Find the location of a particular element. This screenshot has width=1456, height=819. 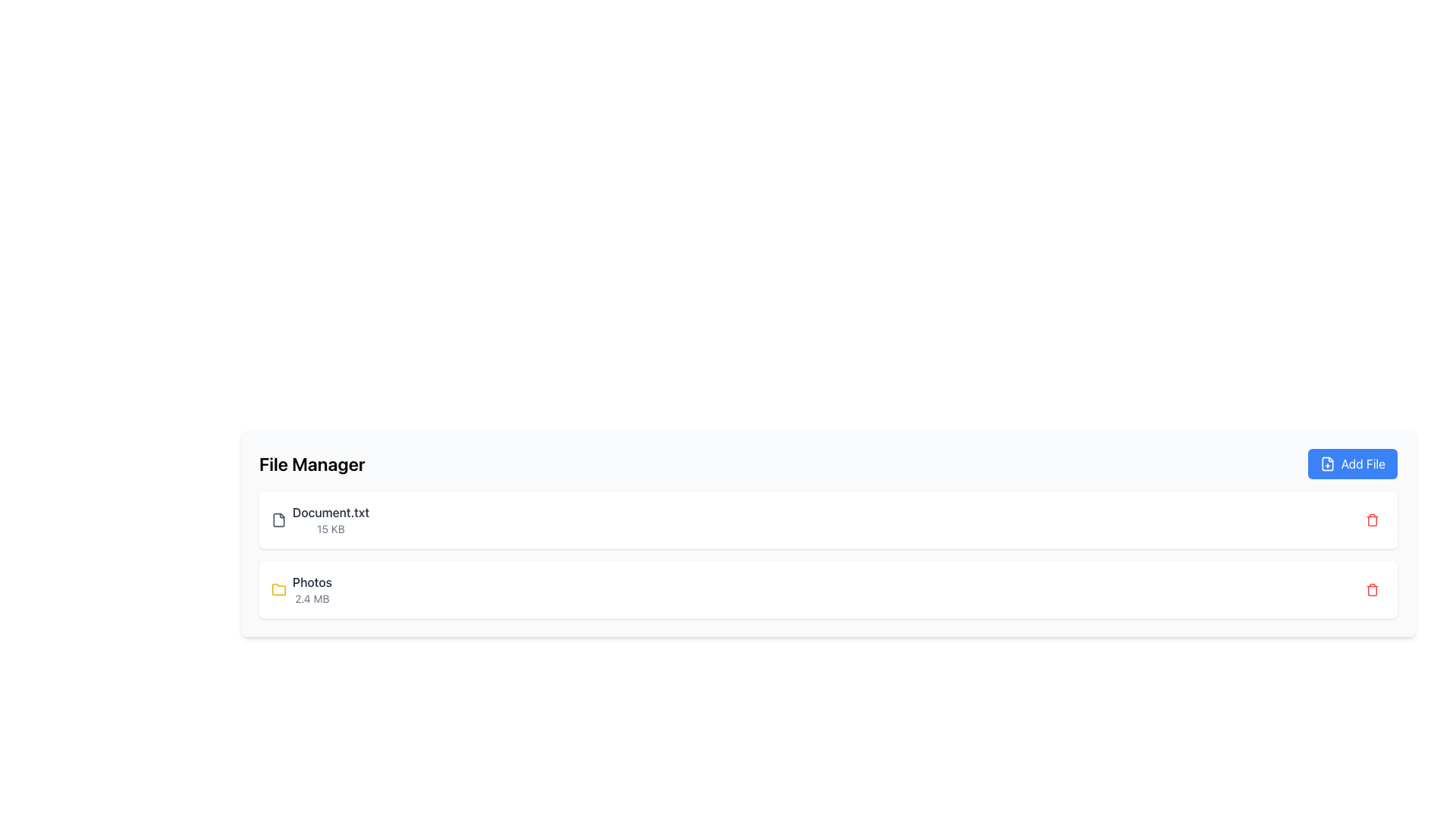

the yellow outlined folder icon located adjacent to the entry labeled 'Photos 2.4 MB' in the file manager interface is located at coordinates (279, 588).